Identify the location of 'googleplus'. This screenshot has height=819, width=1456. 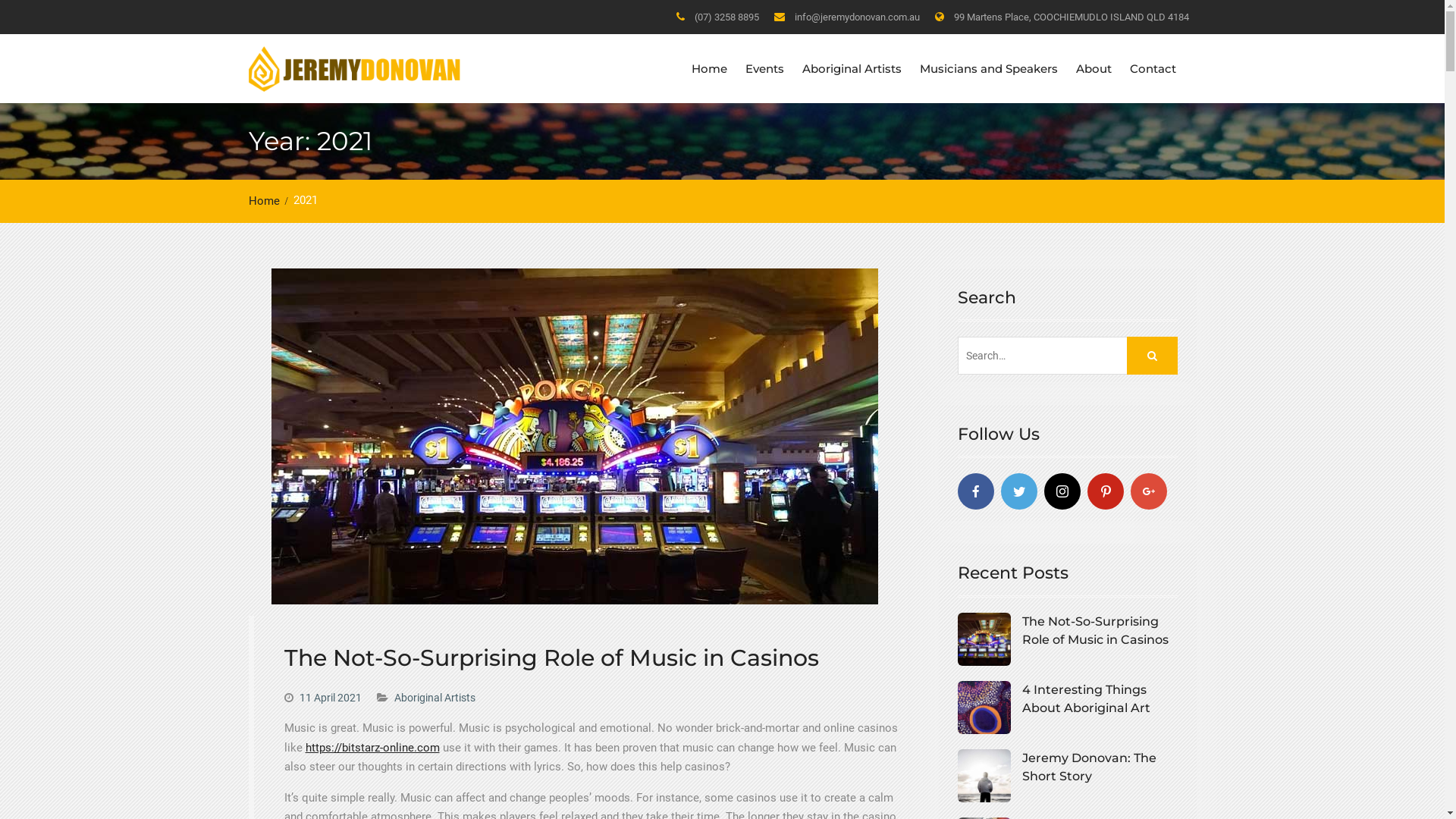
(1147, 491).